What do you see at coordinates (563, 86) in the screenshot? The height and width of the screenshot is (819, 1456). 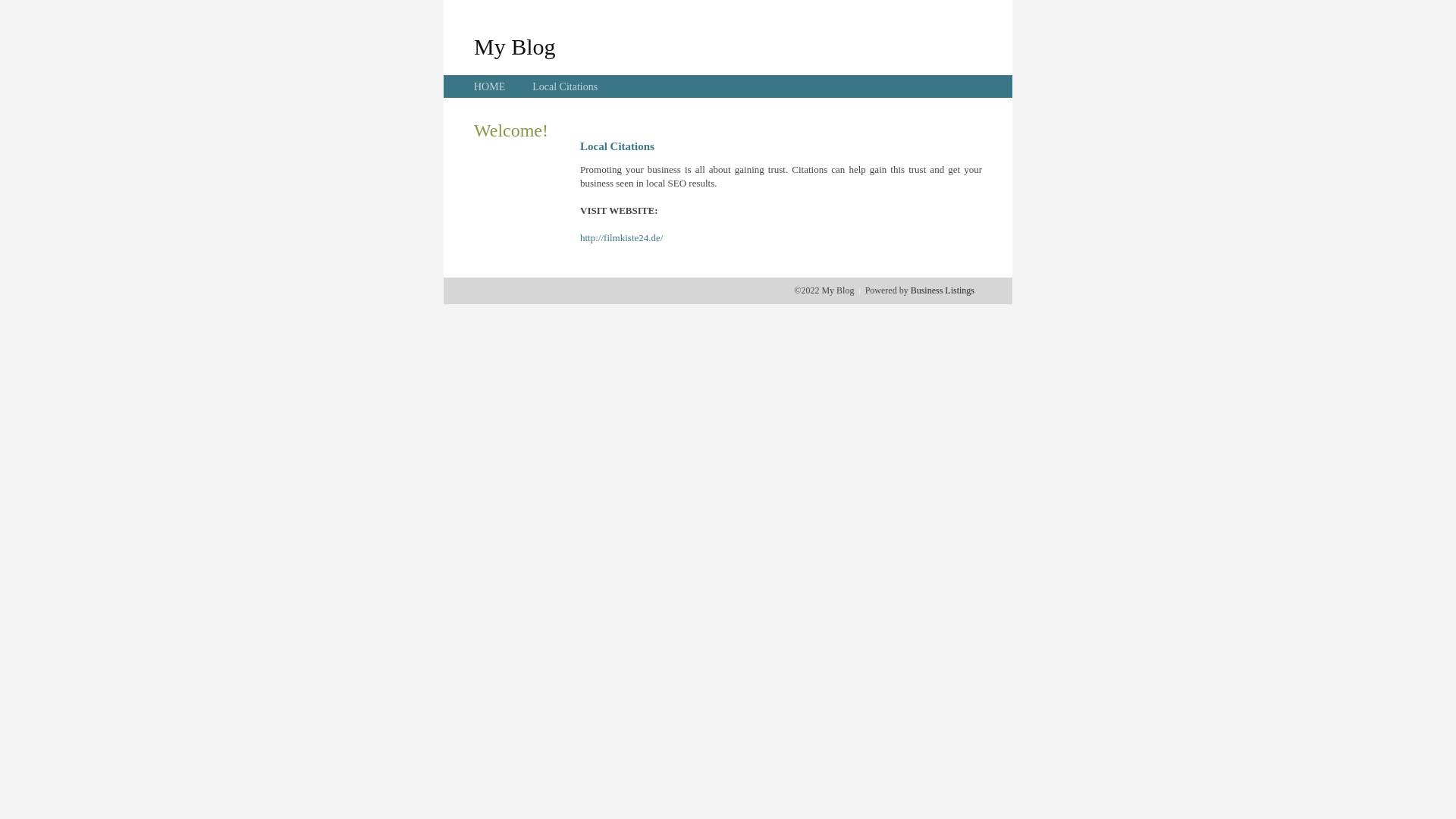 I see `'Local Citations'` at bounding box center [563, 86].